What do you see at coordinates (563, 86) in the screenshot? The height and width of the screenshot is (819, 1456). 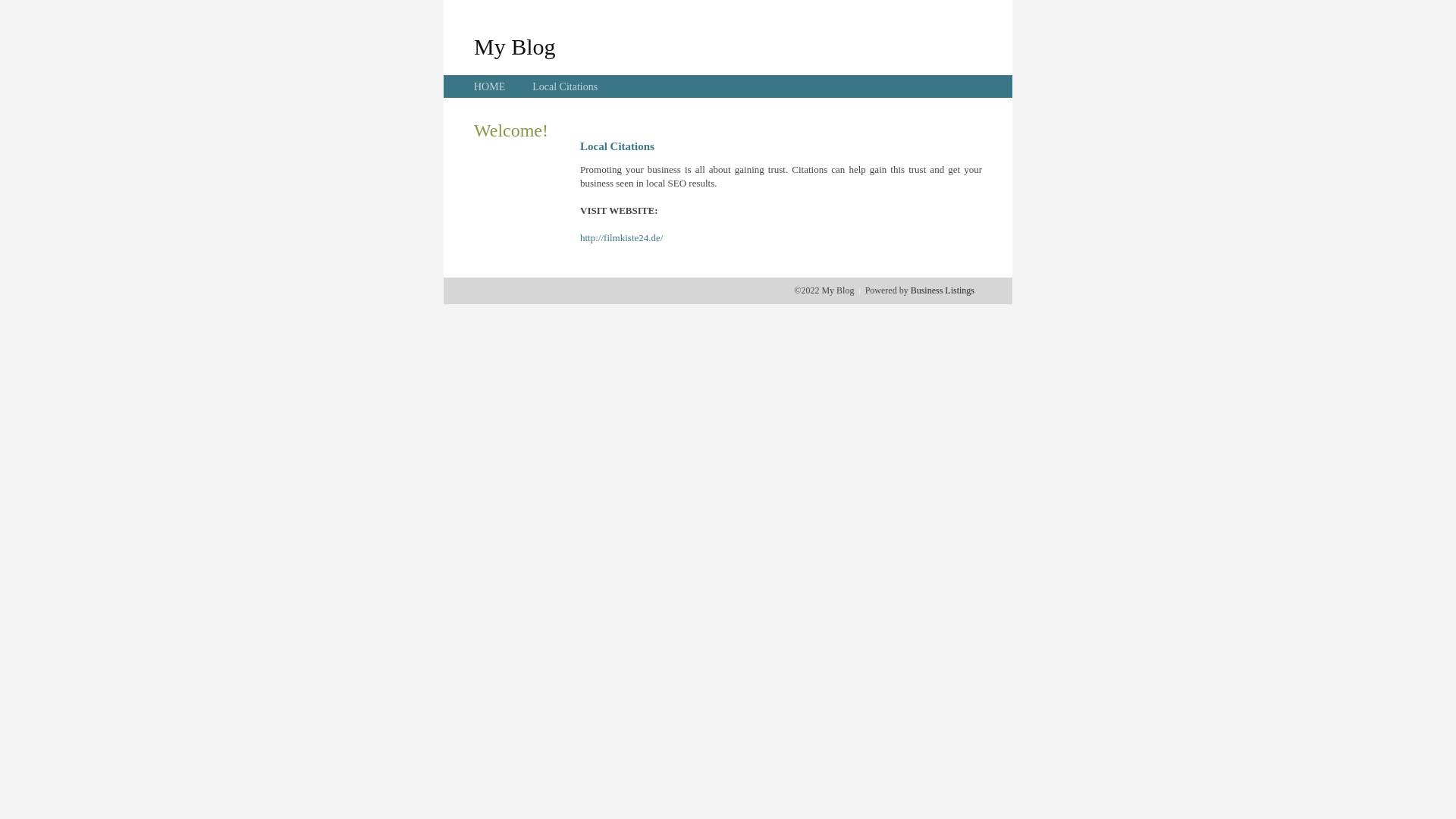 I see `'Local Citations'` at bounding box center [563, 86].